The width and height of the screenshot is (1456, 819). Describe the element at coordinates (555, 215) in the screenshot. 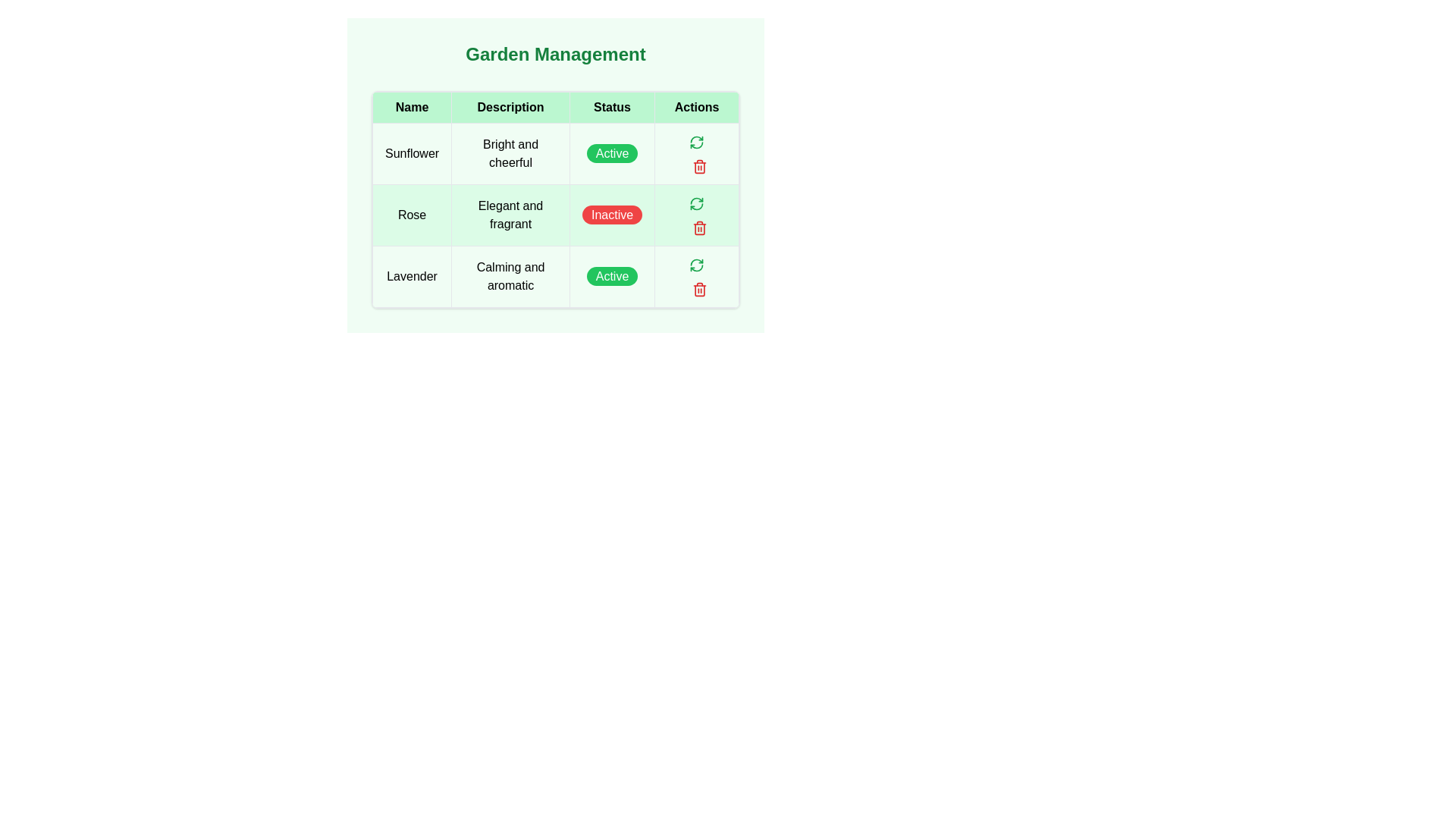

I see `the second row of the 'Garden Management' table, which contains the item 'Rose,' to access row-specific buttons for actions like edit or delete` at that location.